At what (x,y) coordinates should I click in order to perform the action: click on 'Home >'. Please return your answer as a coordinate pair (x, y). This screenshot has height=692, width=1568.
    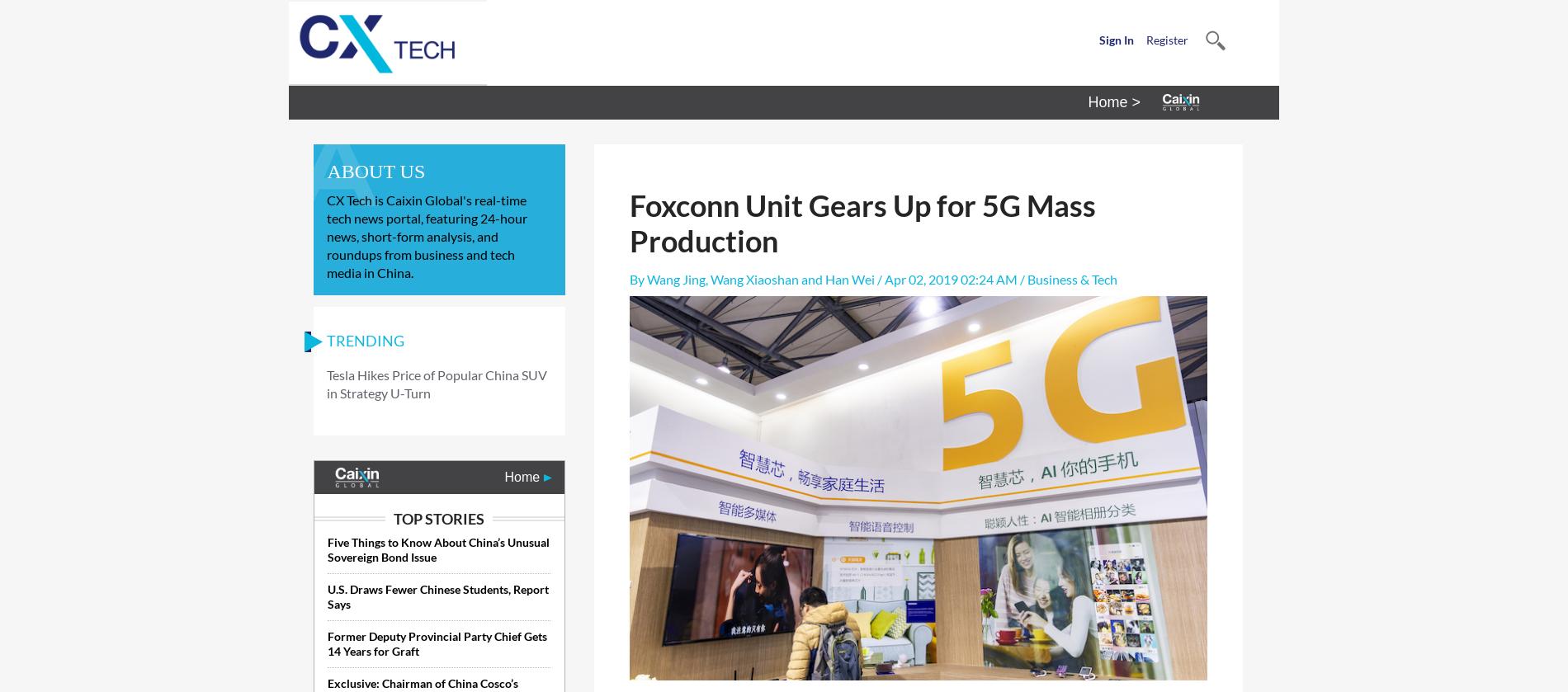
    Looking at the image, I should click on (1087, 102).